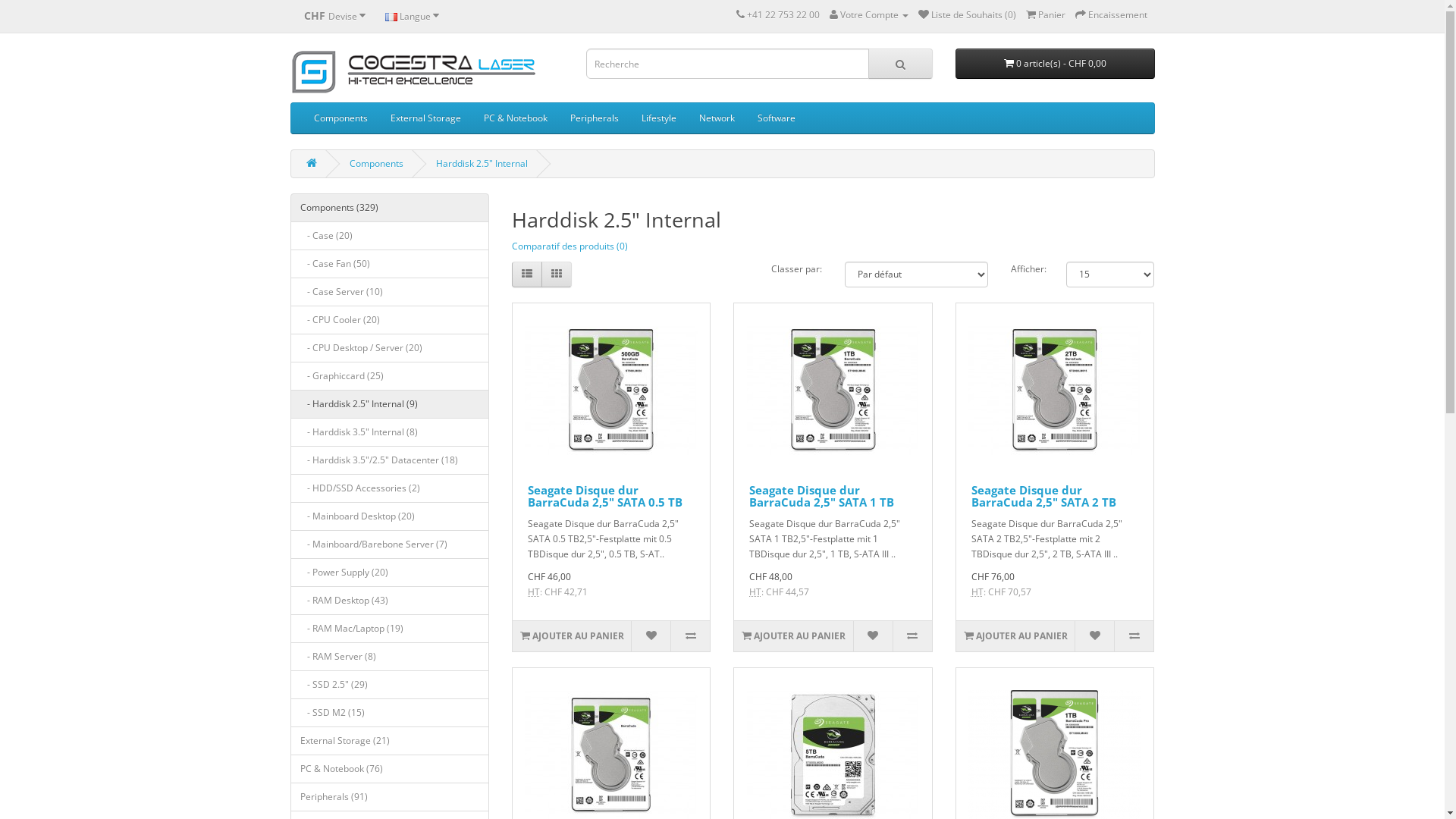 This screenshot has height=819, width=1456. What do you see at coordinates (1111, 14) in the screenshot?
I see `'Encaissement'` at bounding box center [1111, 14].